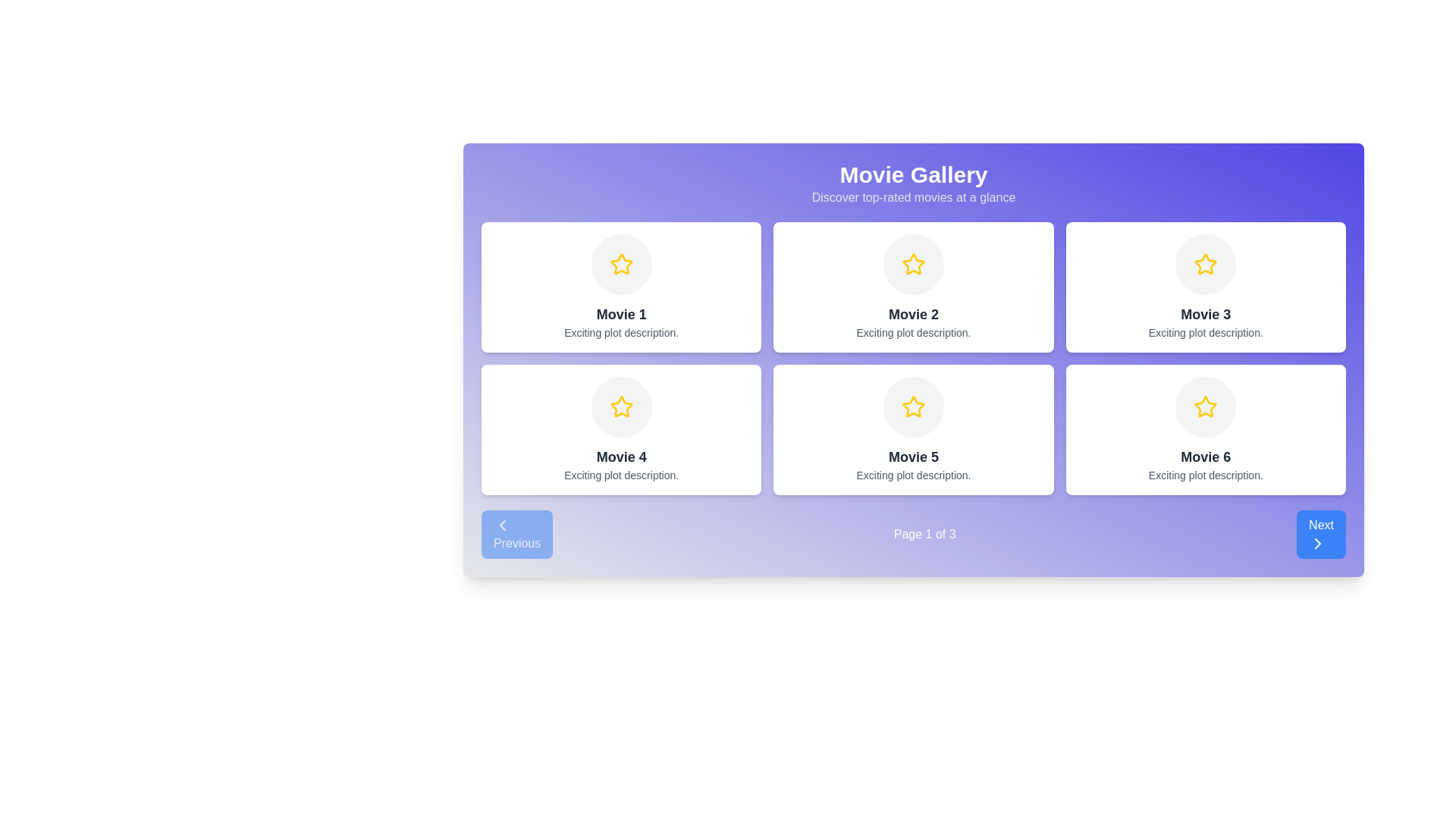 This screenshot has width=1456, height=819. What do you see at coordinates (912, 406) in the screenshot?
I see `the star icon in the 'Movie 5' card, located in the second row and second column of the grid layout` at bounding box center [912, 406].